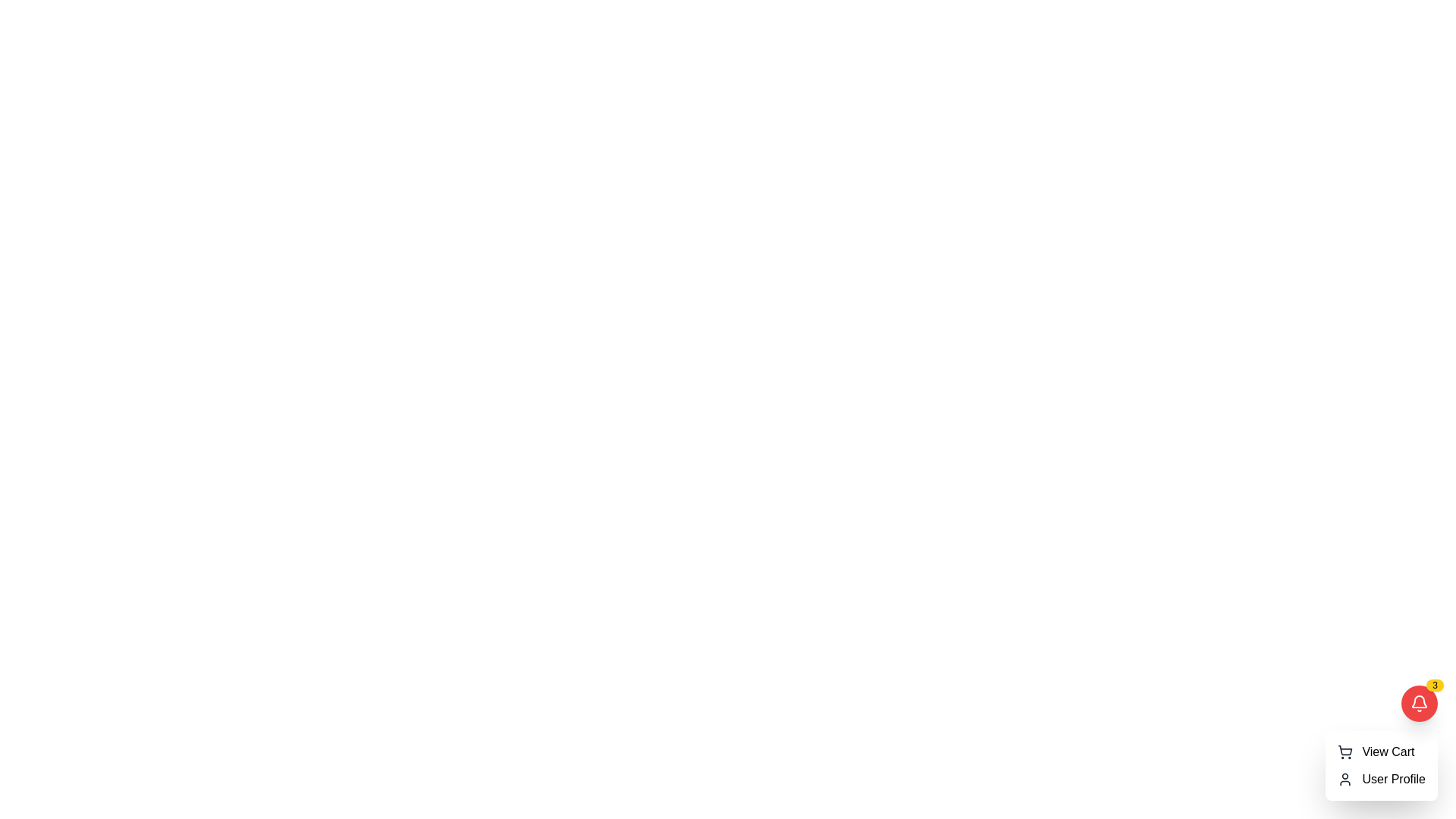 Image resolution: width=1456 pixels, height=819 pixels. Describe the element at coordinates (1345, 752) in the screenshot. I see `the shopping cart icon located to the left of the 'View Cart' text` at that location.